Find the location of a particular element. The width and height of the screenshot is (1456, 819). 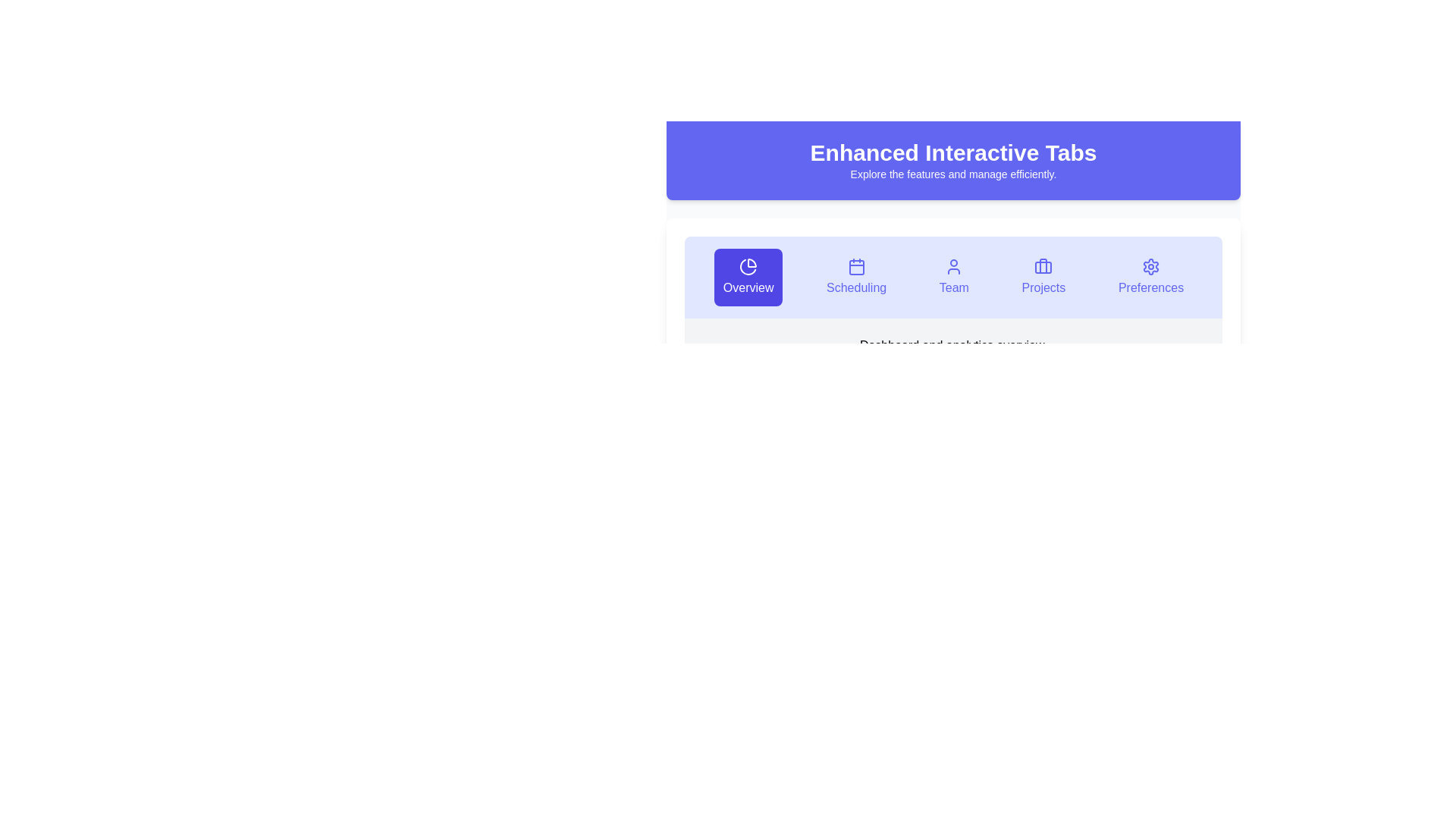

the 'Scheduling' button, which is a vertically stacked clickable button with a calendar icon above it, to trigger the hover effects is located at coordinates (856, 278).